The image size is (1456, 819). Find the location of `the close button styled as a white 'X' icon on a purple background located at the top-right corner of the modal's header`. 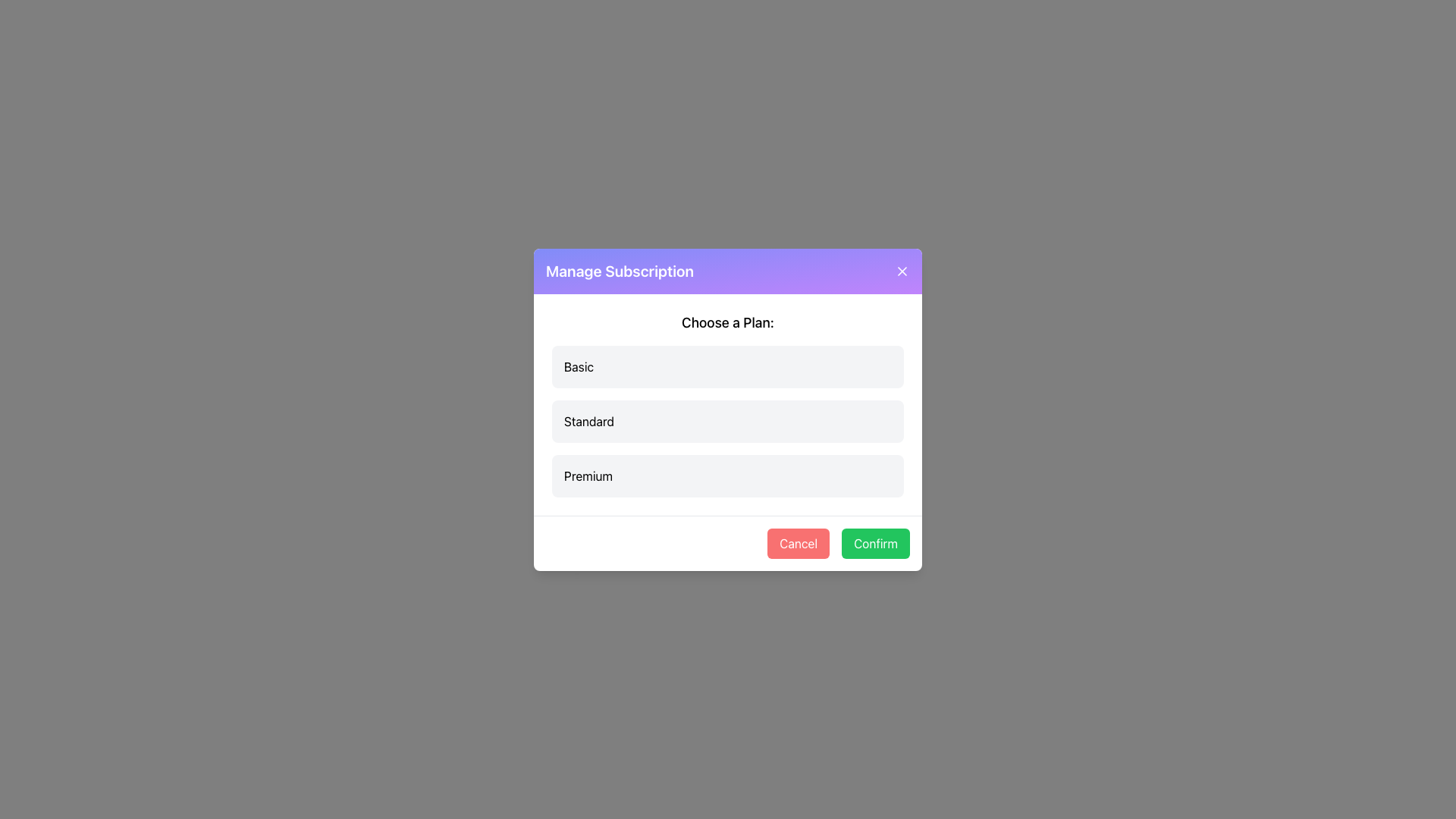

the close button styled as a white 'X' icon on a purple background located at the top-right corner of the modal's header is located at coordinates (902, 270).